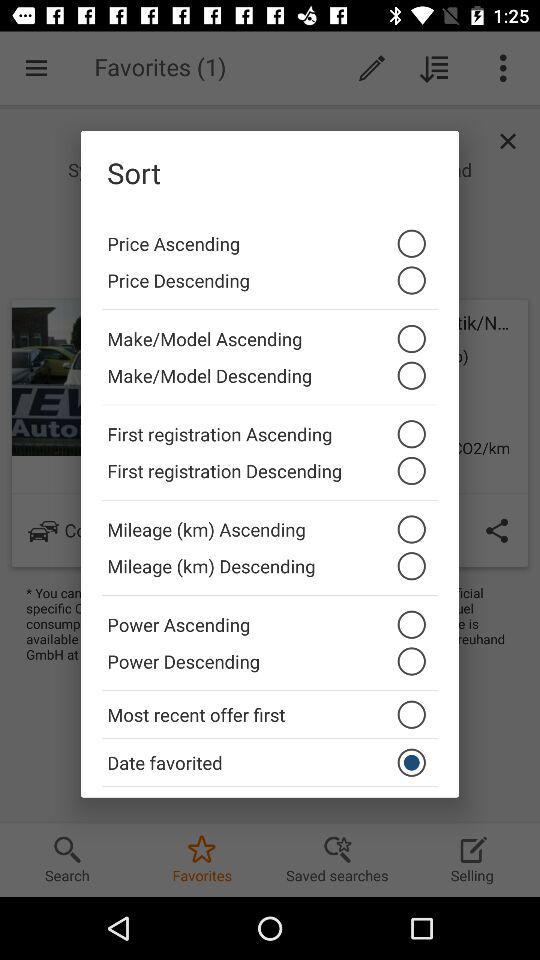  I want to click on item below power ascending, so click(270, 666).